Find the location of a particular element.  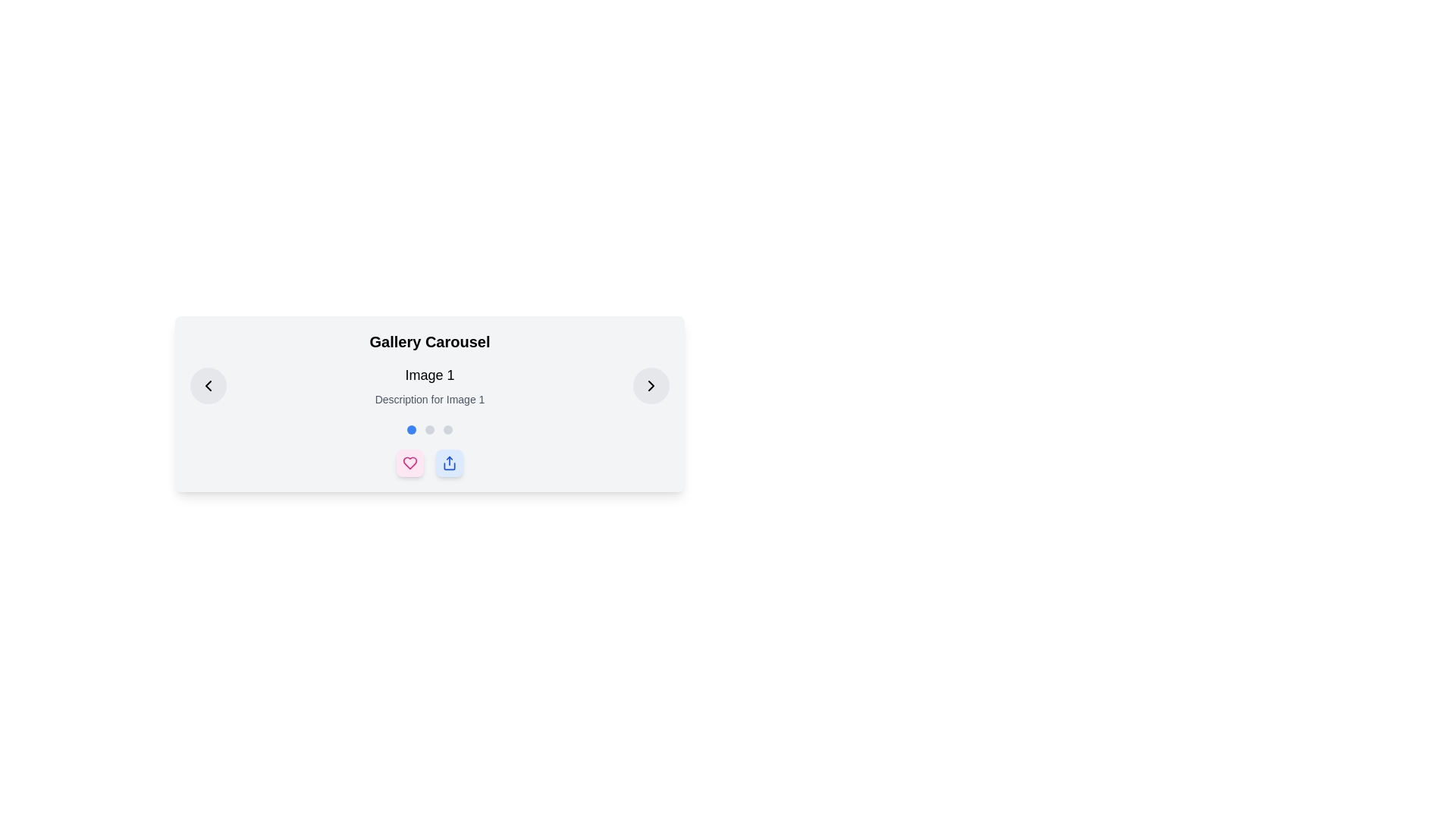

the heart-shaped icon located at the center of the lower section of the card-like interface is located at coordinates (410, 462).